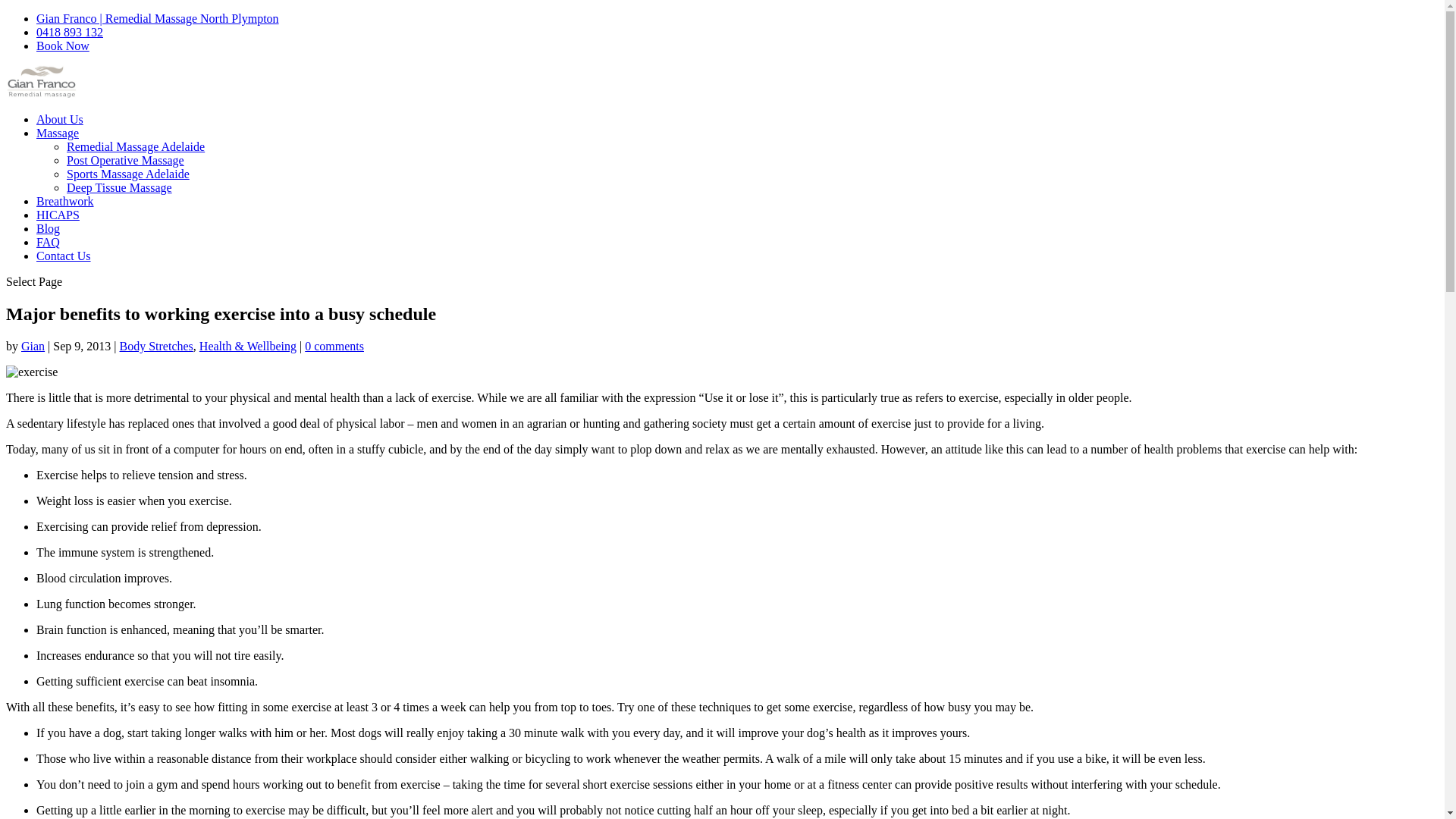  Describe the element at coordinates (33, 346) in the screenshot. I see `'Gian'` at that location.